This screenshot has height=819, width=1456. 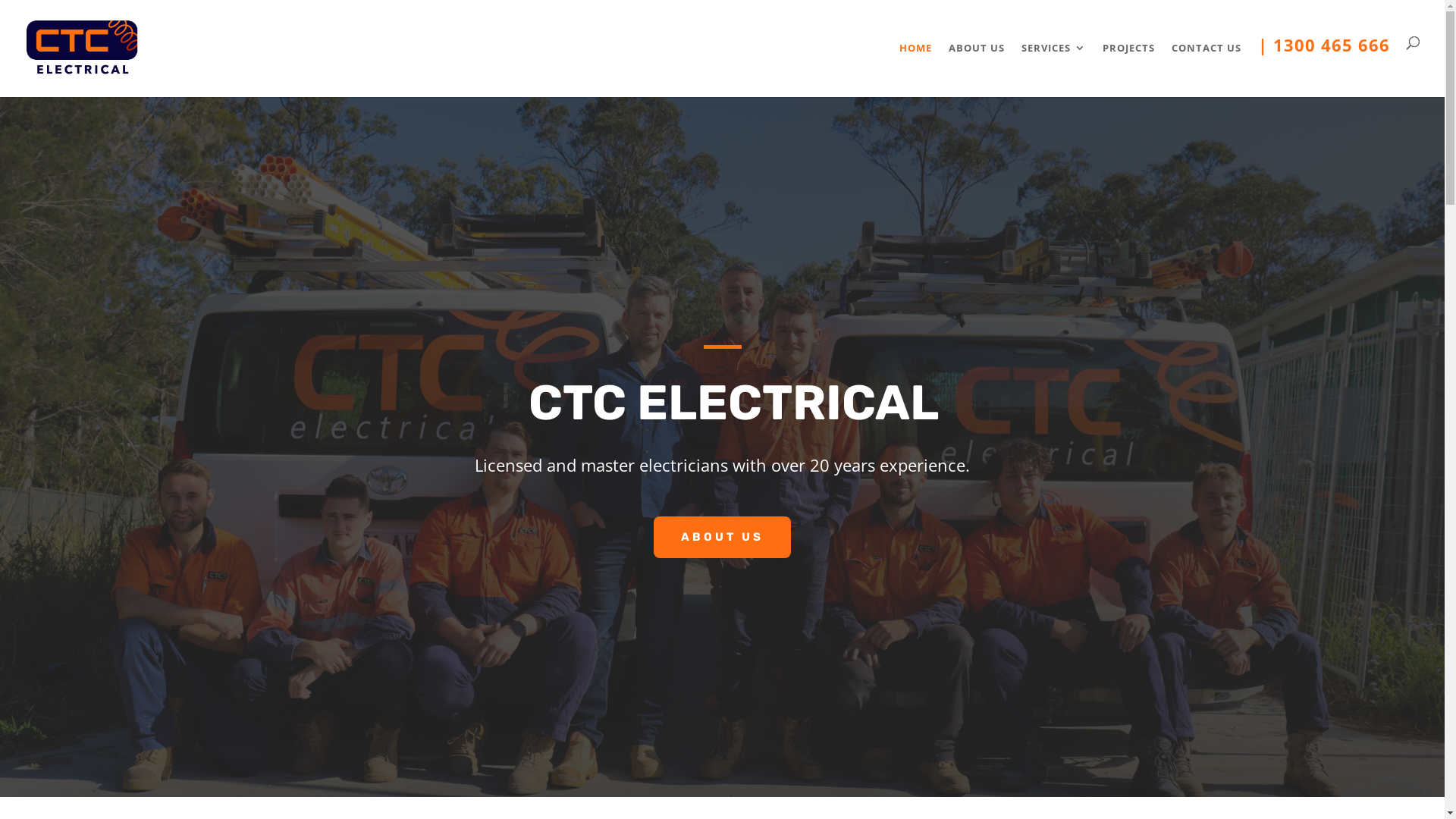 What do you see at coordinates (1103, 65) in the screenshot?
I see `'PROJECTS'` at bounding box center [1103, 65].